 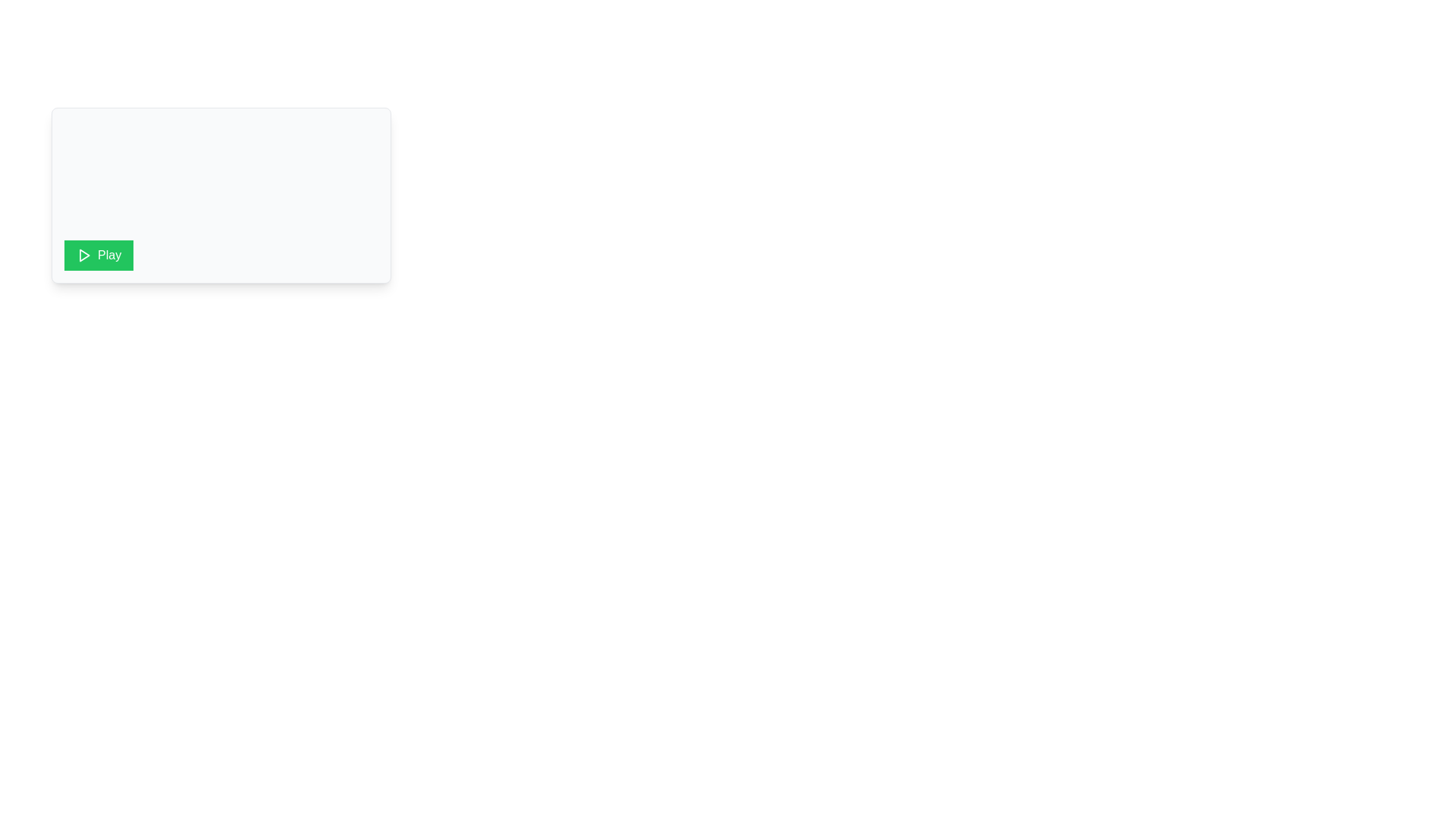 What do you see at coordinates (83, 254) in the screenshot?
I see `the 'Play' icon, which is a right-pointing triangle in white, embedded in a green circle, located at the bottom-left corner of the white rectangular card` at bounding box center [83, 254].